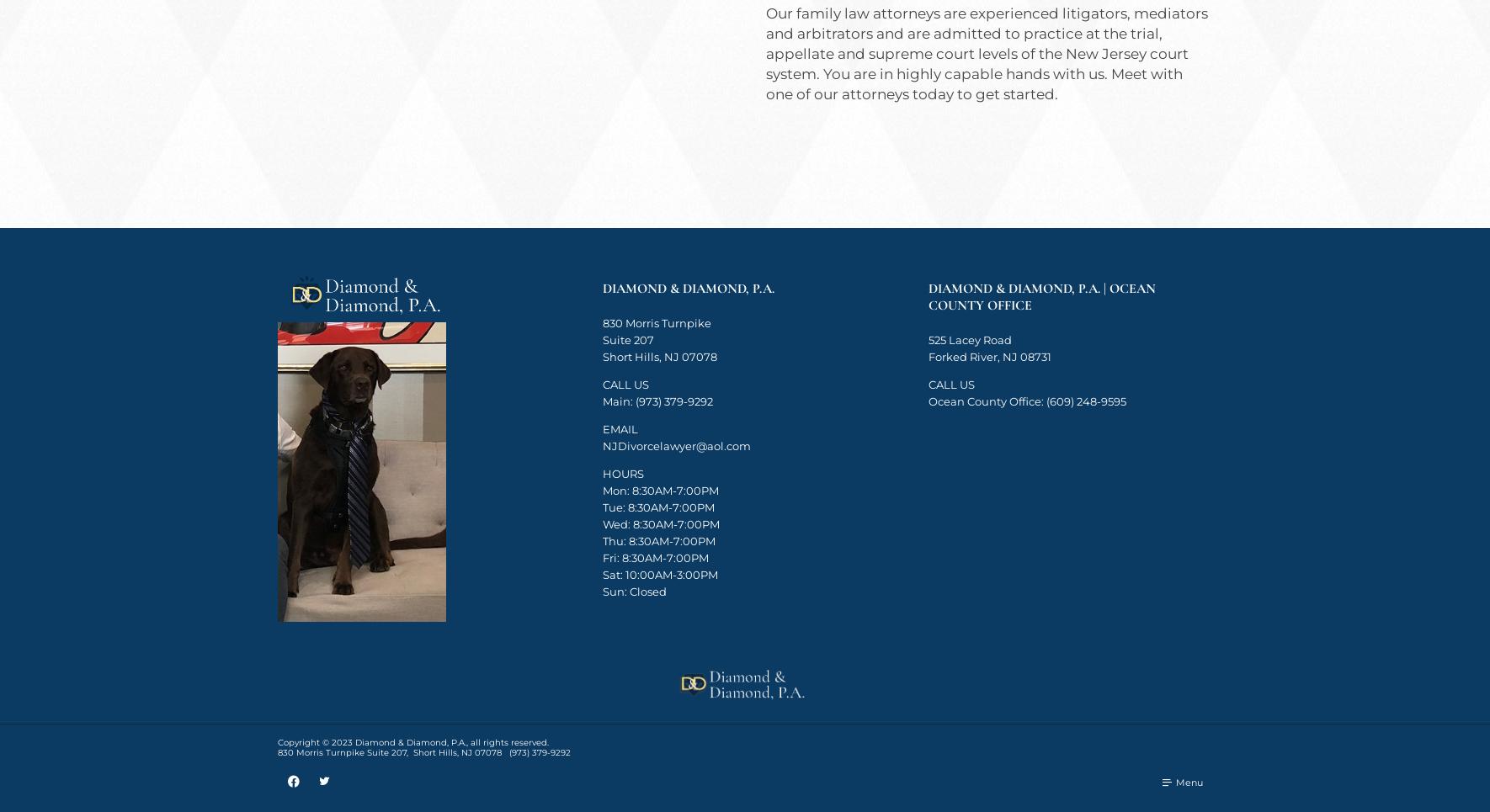 Image resolution: width=1490 pixels, height=812 pixels. I want to click on 'Sat: 10:00AM-3:00PM', so click(660, 572).